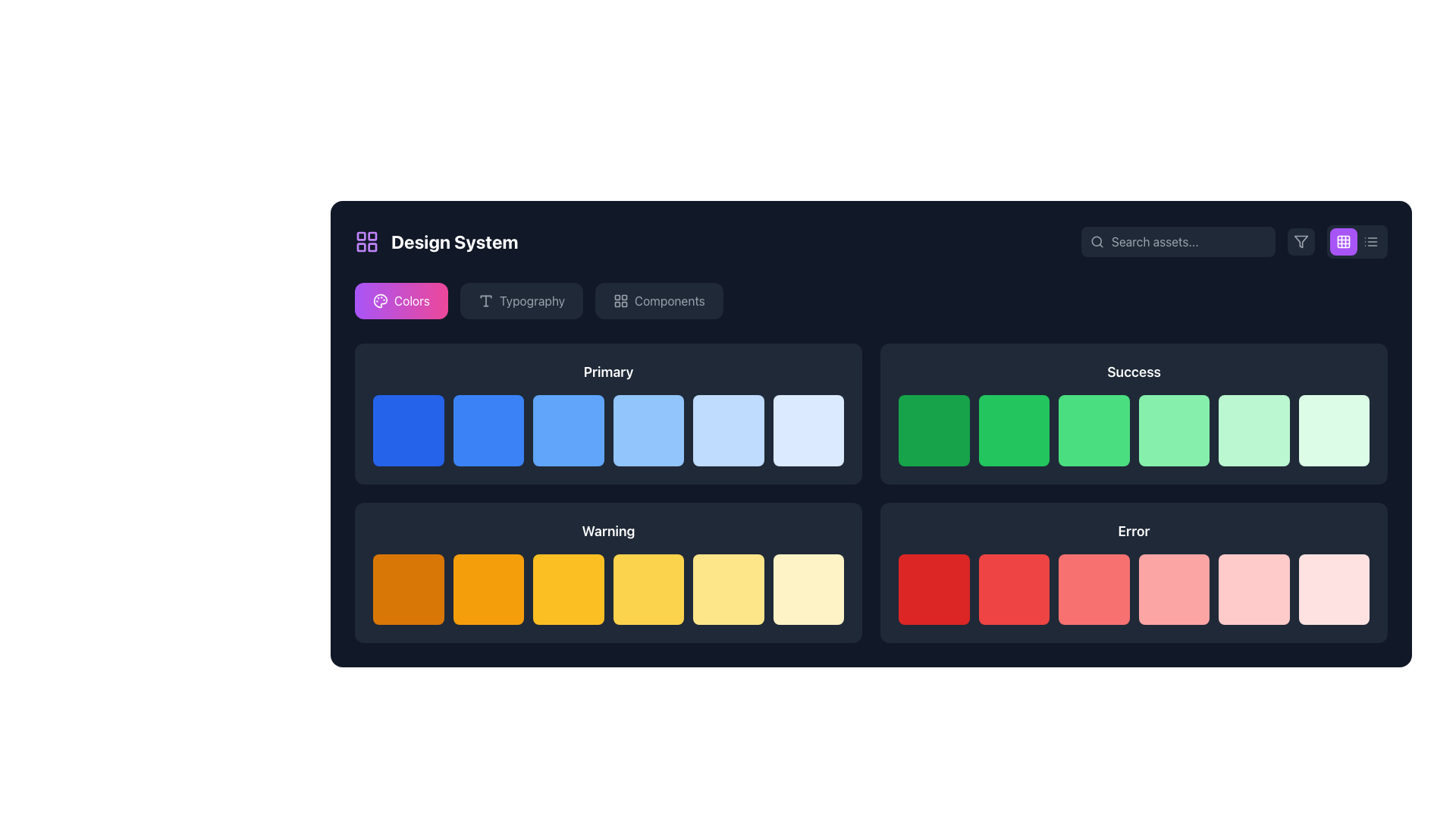 Image resolution: width=1456 pixels, height=819 pixels. What do you see at coordinates (1094, 588) in the screenshot?
I see `the third color swatch under the 'Error' heading in the 'Colors' section` at bounding box center [1094, 588].